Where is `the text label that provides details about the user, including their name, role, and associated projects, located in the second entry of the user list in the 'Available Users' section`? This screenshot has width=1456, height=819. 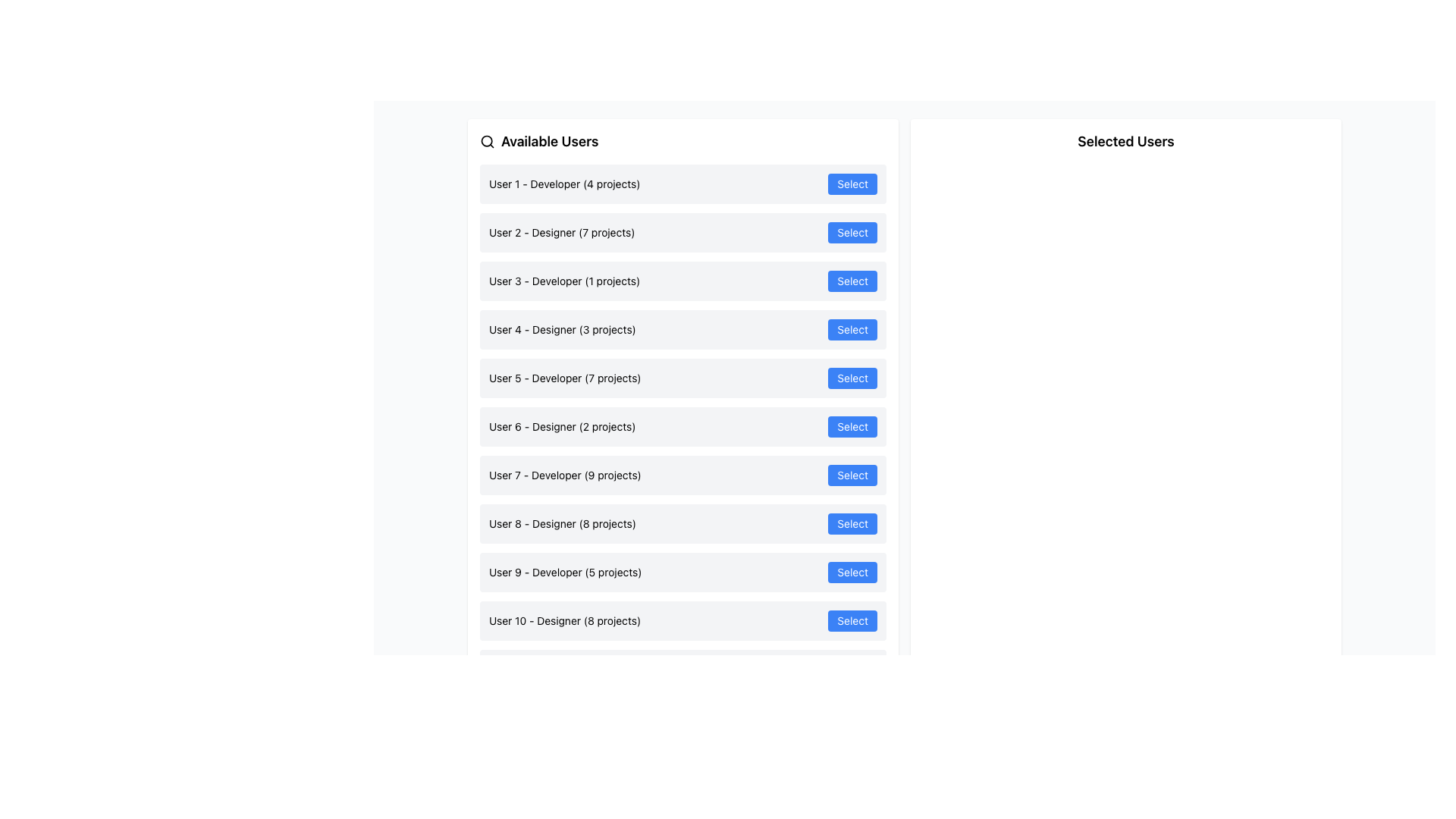 the text label that provides details about the user, including their name, role, and associated projects, located in the second entry of the user list in the 'Available Users' section is located at coordinates (561, 233).